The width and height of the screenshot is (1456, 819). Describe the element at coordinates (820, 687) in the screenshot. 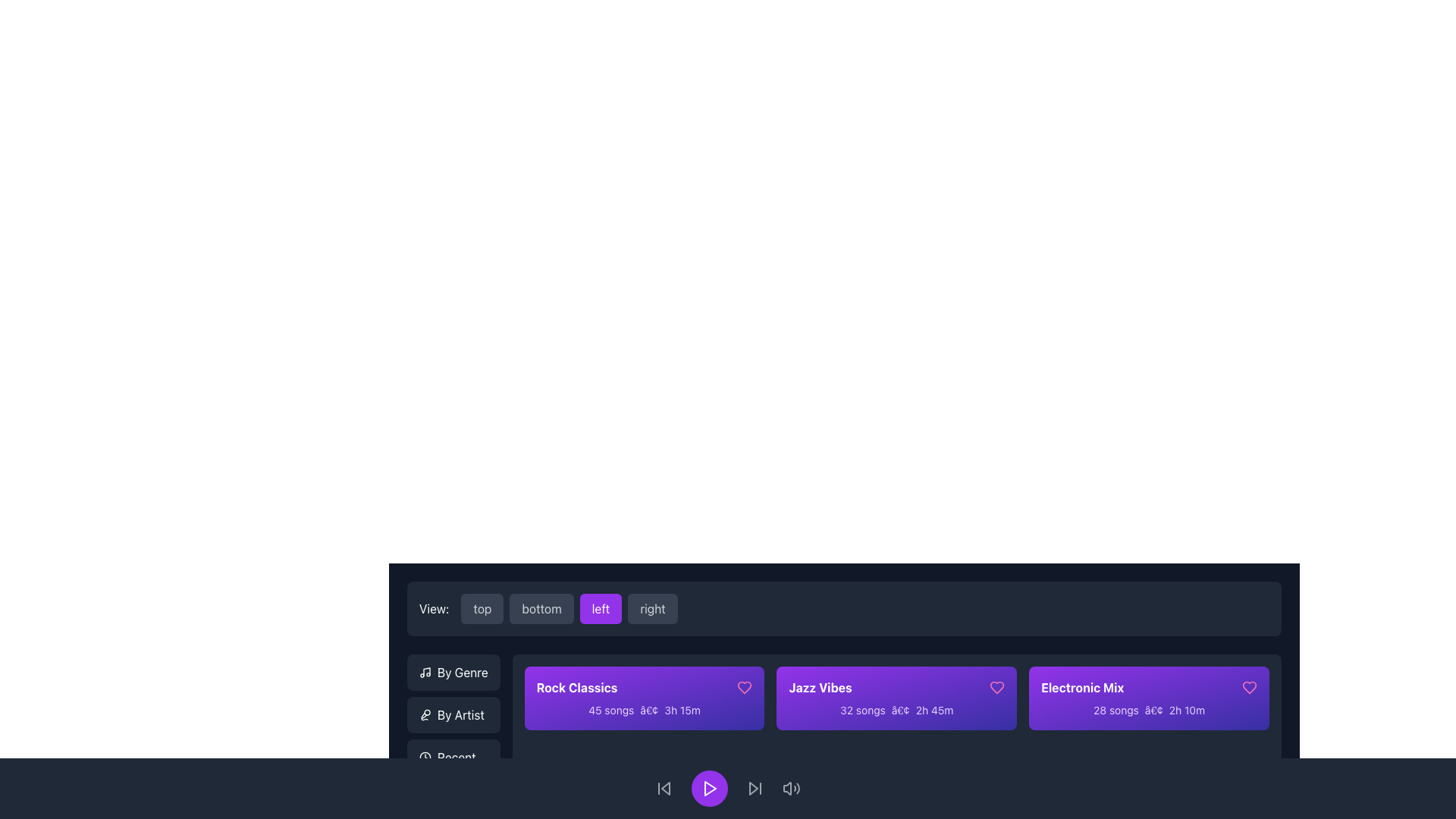

I see `the bold white text element reading 'Jazz Vibes' displayed on a dark purple background` at that location.